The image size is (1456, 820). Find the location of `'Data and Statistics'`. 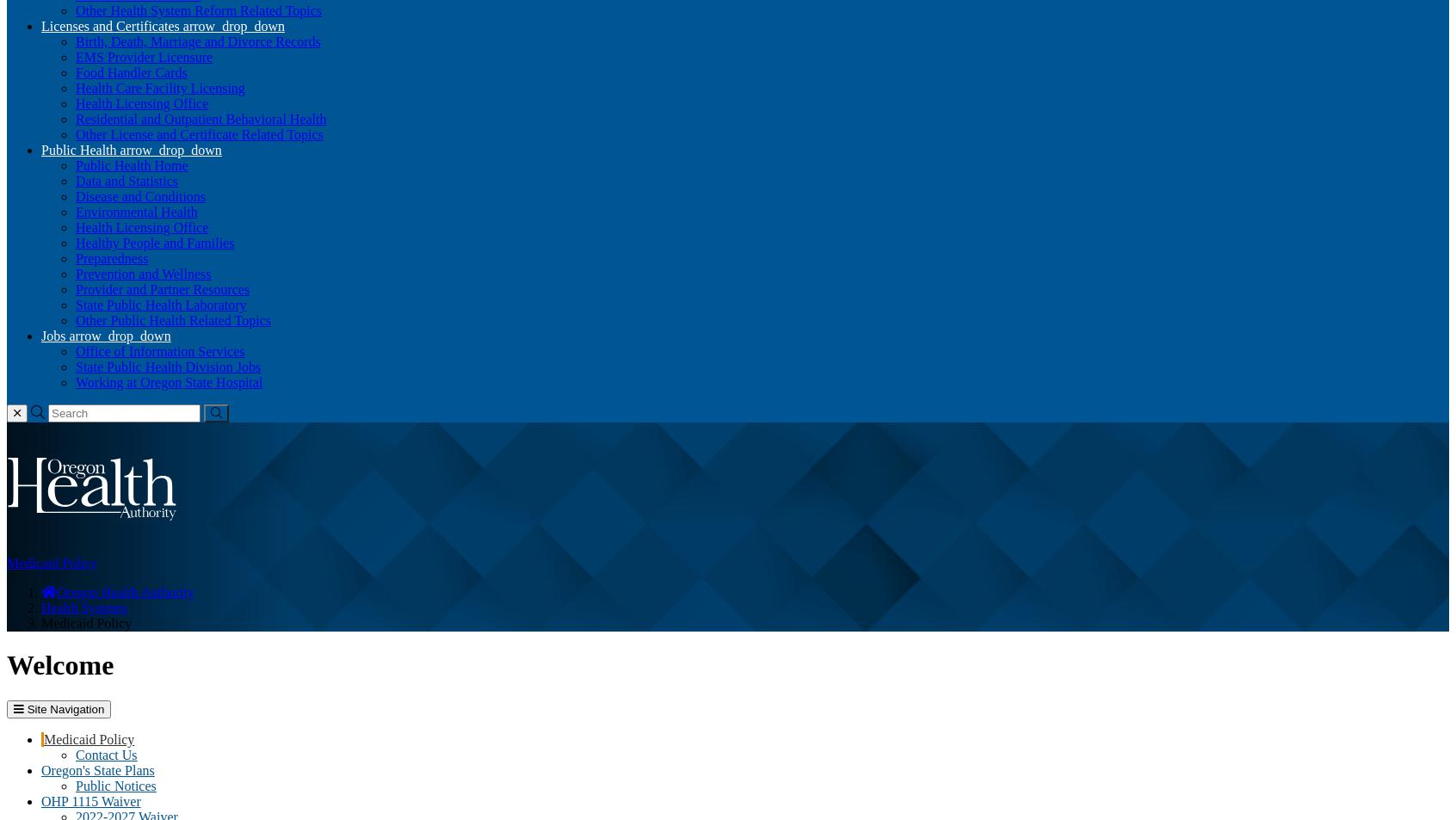

'Data and Statistics' is located at coordinates (126, 180).